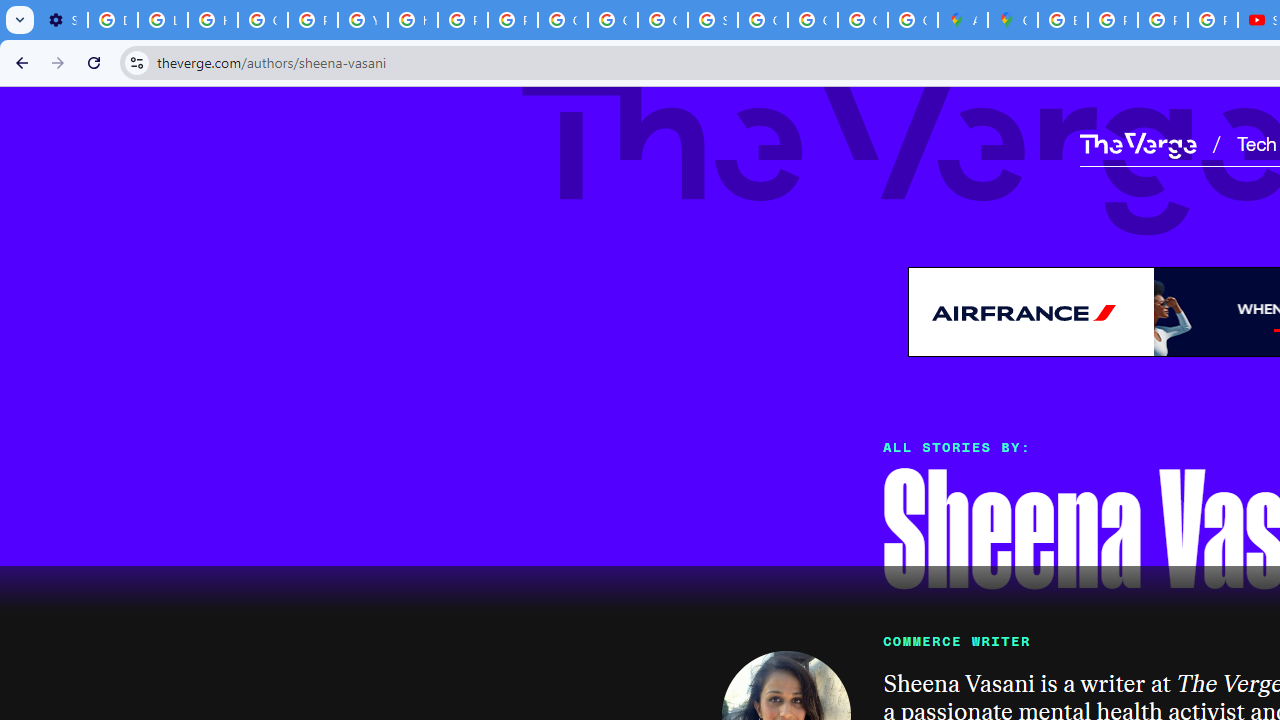 The width and height of the screenshot is (1280, 720). Describe the element at coordinates (1255, 141) in the screenshot. I see `'Tech'` at that location.